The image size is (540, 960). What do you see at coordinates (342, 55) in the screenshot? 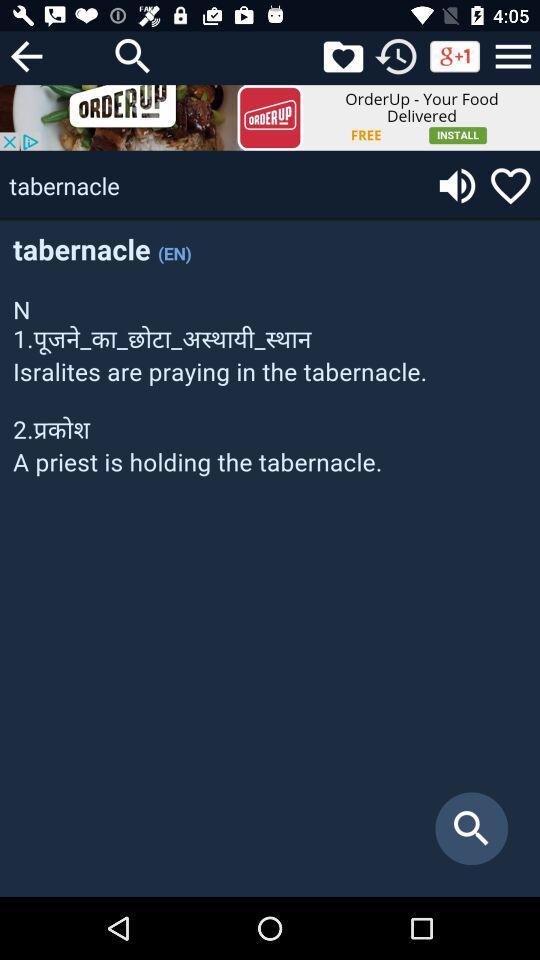
I see `the favorite icon` at bounding box center [342, 55].